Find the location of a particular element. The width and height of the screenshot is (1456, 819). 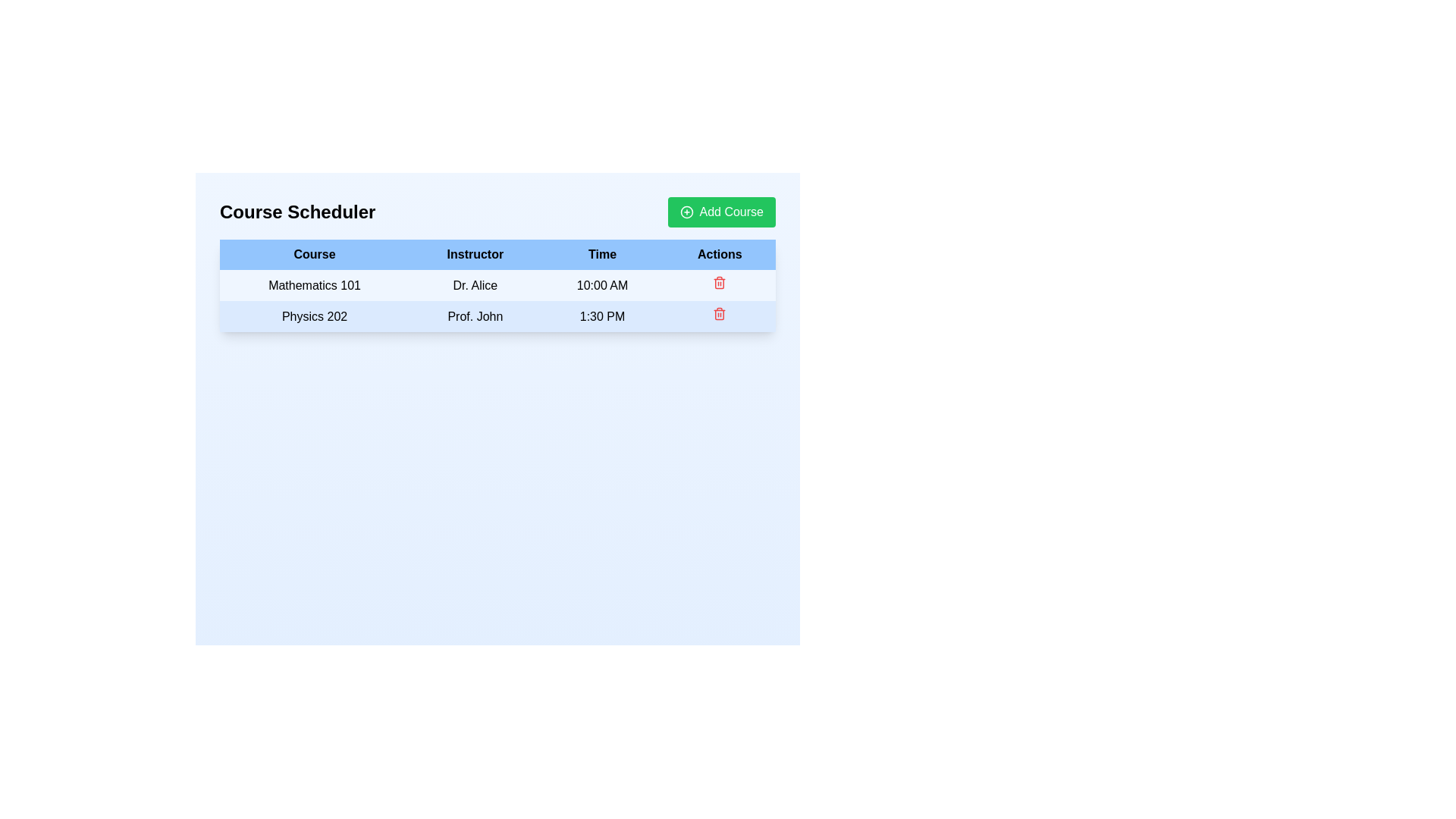

the red trash bin icon located on the rightmost side of the first row under the 'Actions' column is located at coordinates (719, 285).